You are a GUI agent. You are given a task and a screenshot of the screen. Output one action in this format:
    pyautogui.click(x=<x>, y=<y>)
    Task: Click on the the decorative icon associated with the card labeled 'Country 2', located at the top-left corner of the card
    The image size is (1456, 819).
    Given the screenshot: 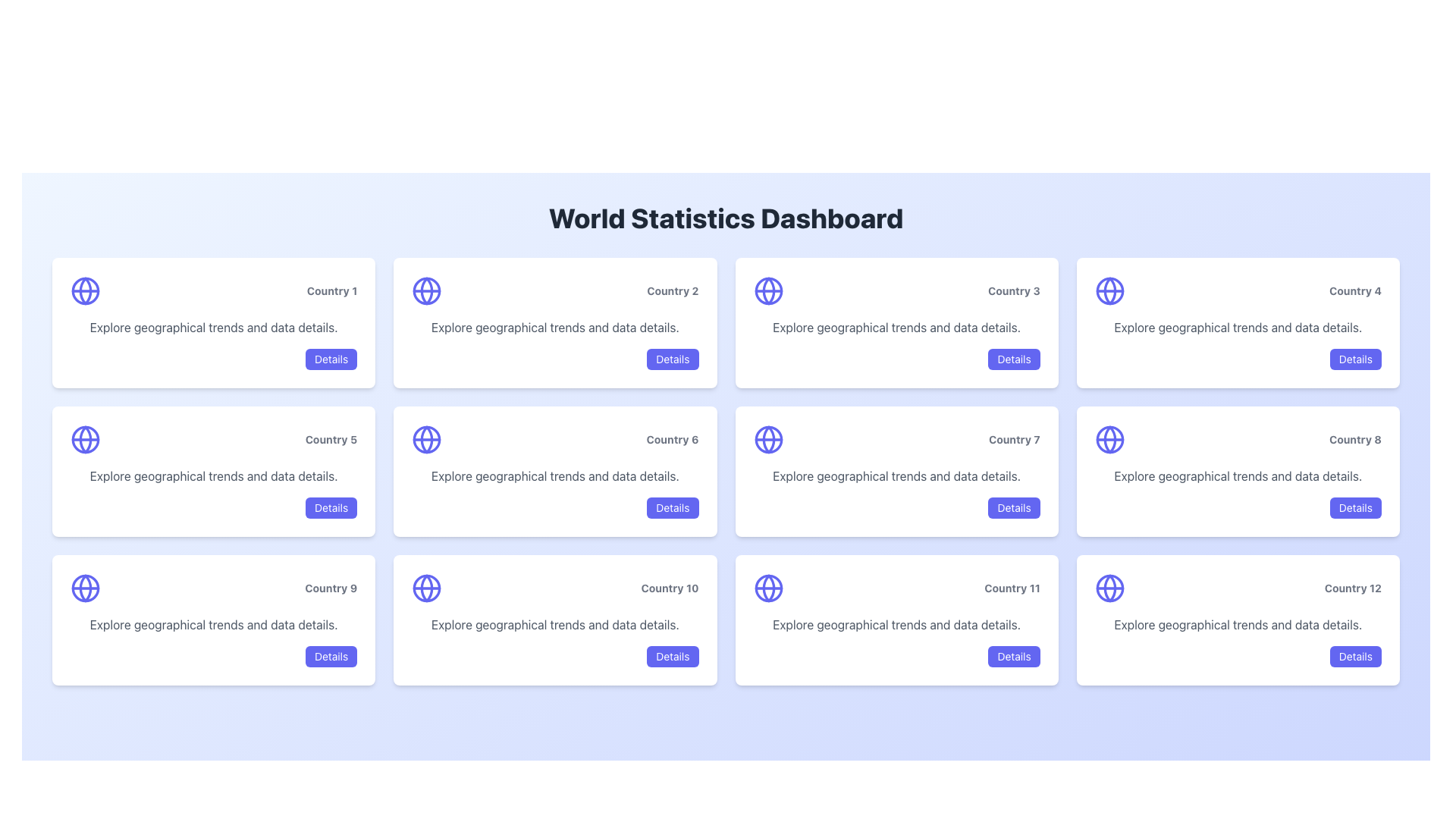 What is the action you would take?
    pyautogui.click(x=426, y=291)
    